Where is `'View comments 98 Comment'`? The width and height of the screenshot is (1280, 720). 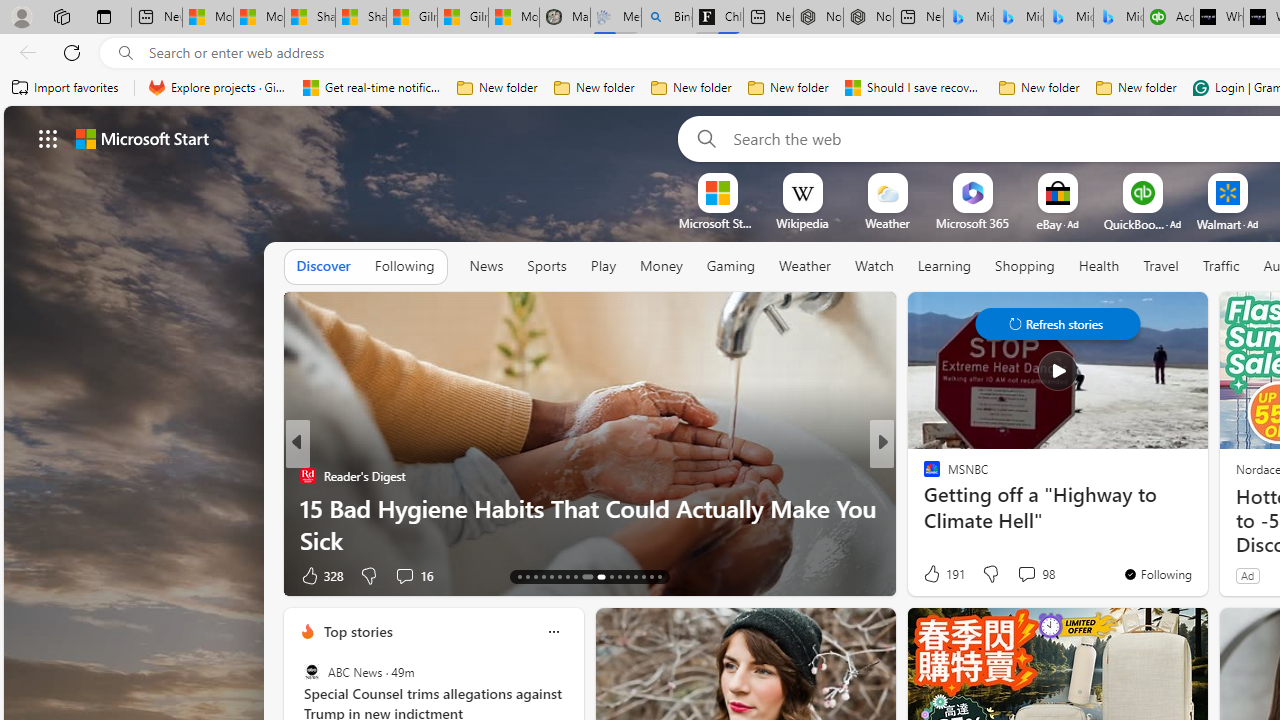
'View comments 98 Comment' is located at coordinates (1035, 574).